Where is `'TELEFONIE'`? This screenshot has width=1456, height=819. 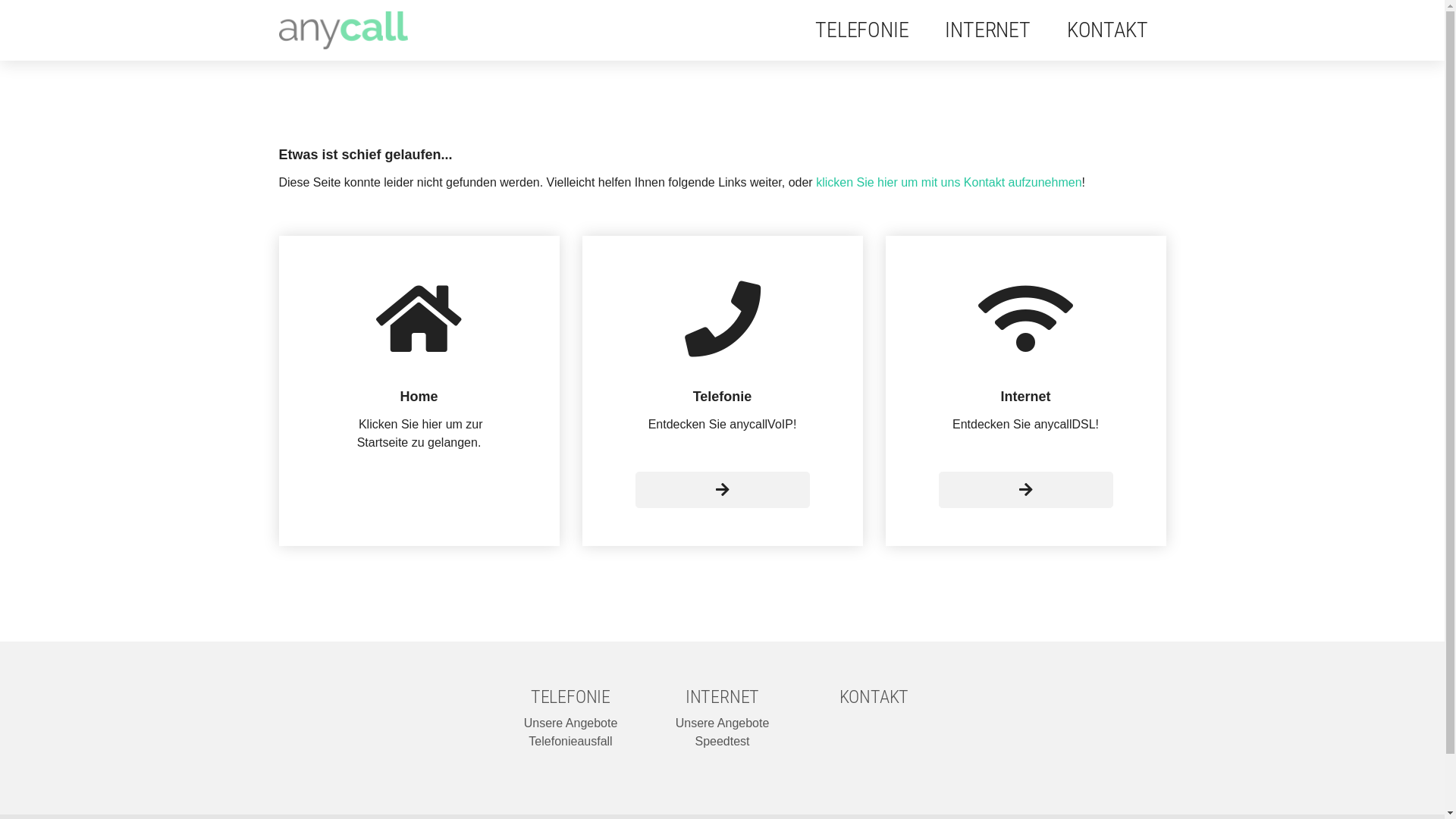 'TELEFONIE' is located at coordinates (861, 30).